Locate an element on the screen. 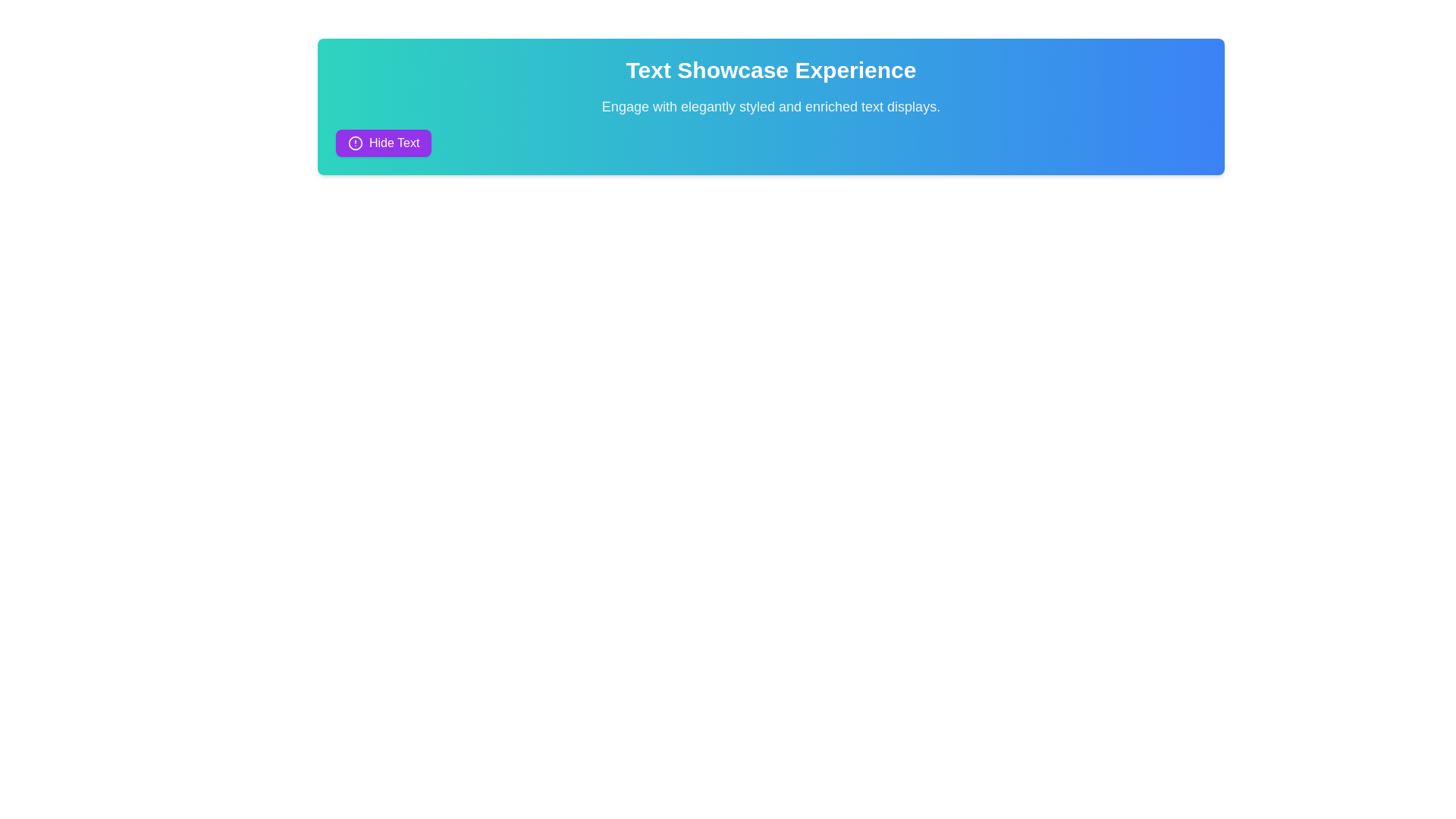 This screenshot has width=1456, height=819. the 'Hide Text' button, which is a purple rounded button containing the text label and an alert icon, to trigger the opacity transition effect is located at coordinates (394, 143).